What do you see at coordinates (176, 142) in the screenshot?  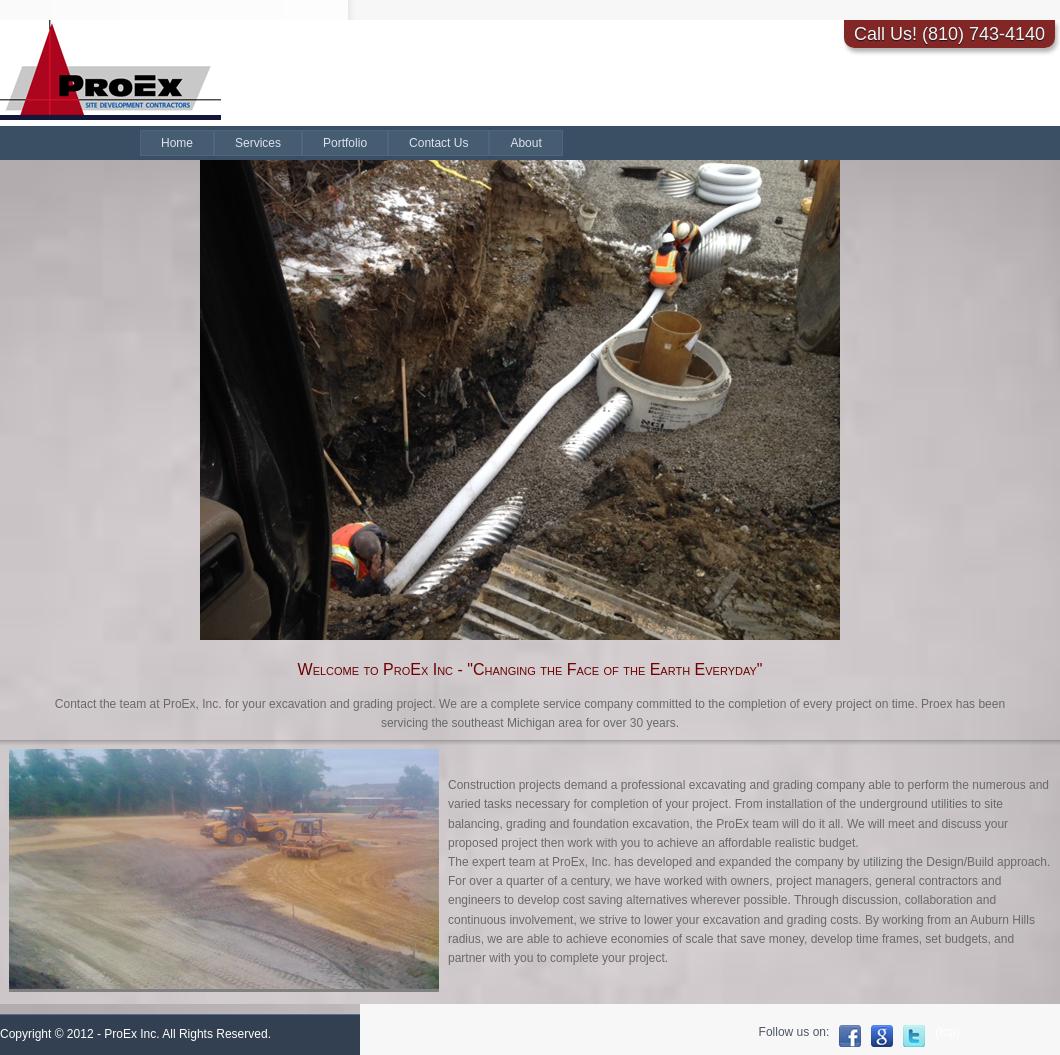 I see `'Home'` at bounding box center [176, 142].